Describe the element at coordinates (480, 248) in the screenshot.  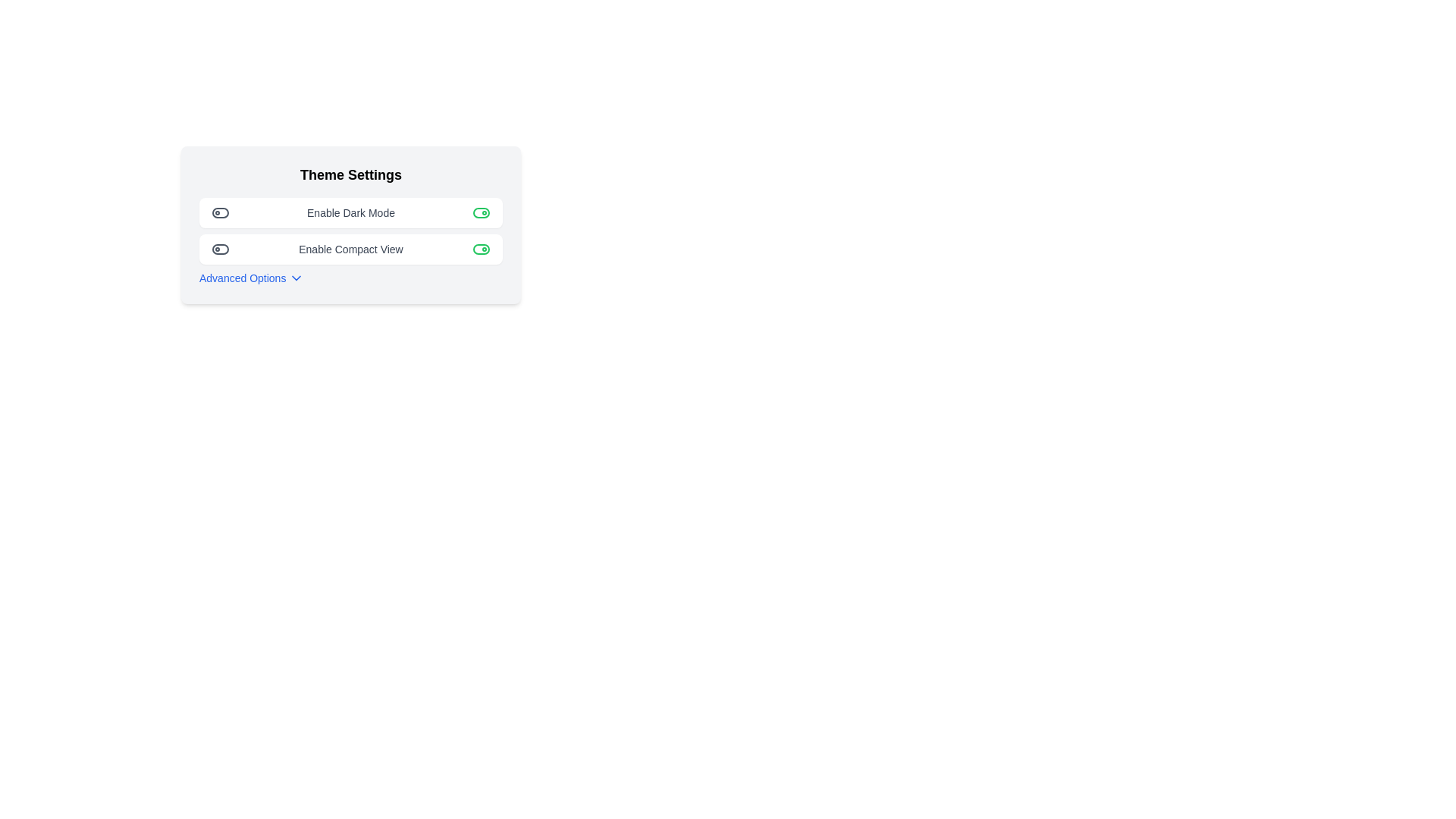
I see `the background frame of the toggle switch for the 'Enable Compact View' option in the 'Theme Settings' panel, which is a rectangular shape with rounded edges located at the center of the toggle control` at that location.